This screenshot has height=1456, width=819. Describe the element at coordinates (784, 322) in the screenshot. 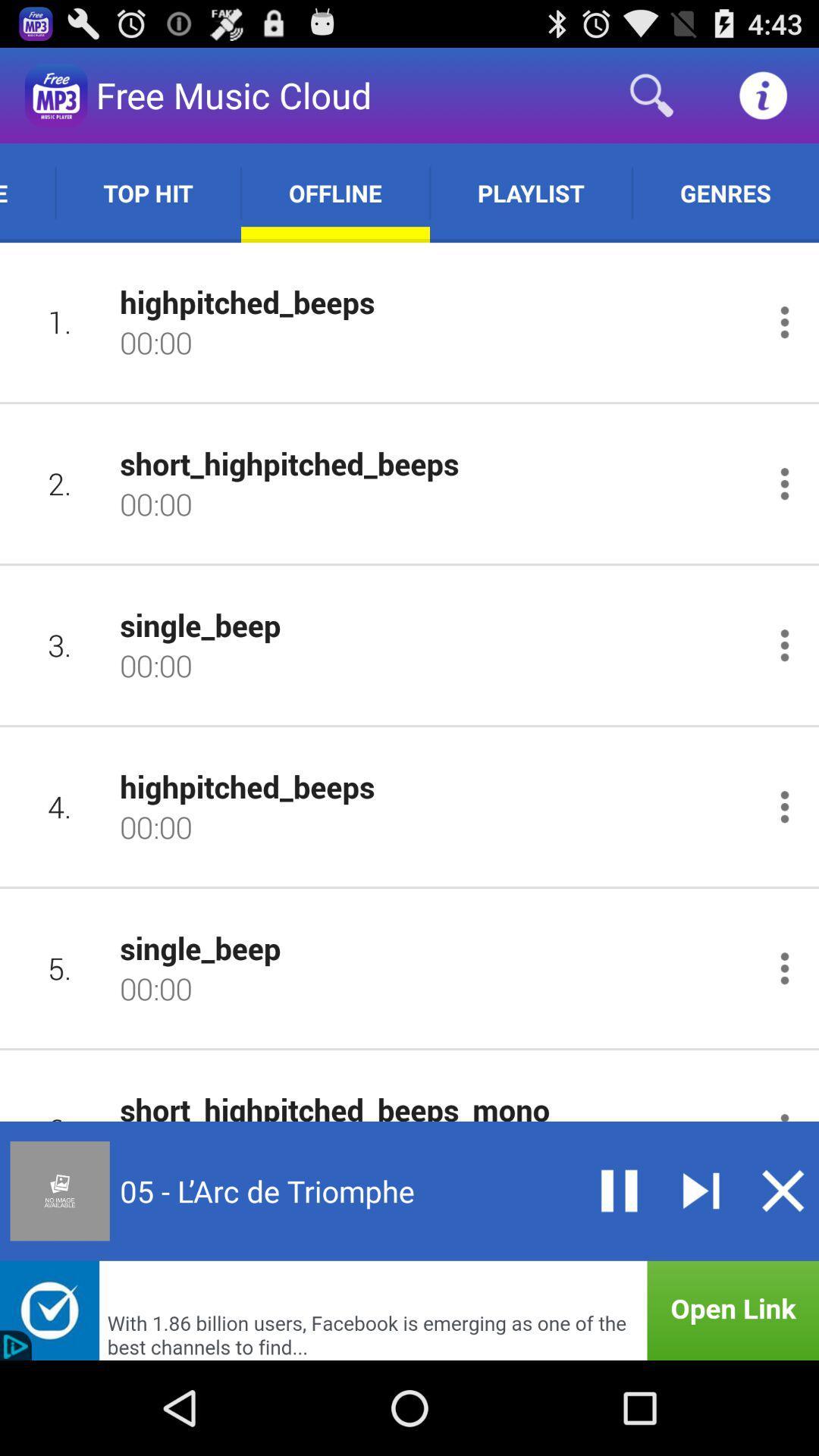

I see `options menu` at that location.